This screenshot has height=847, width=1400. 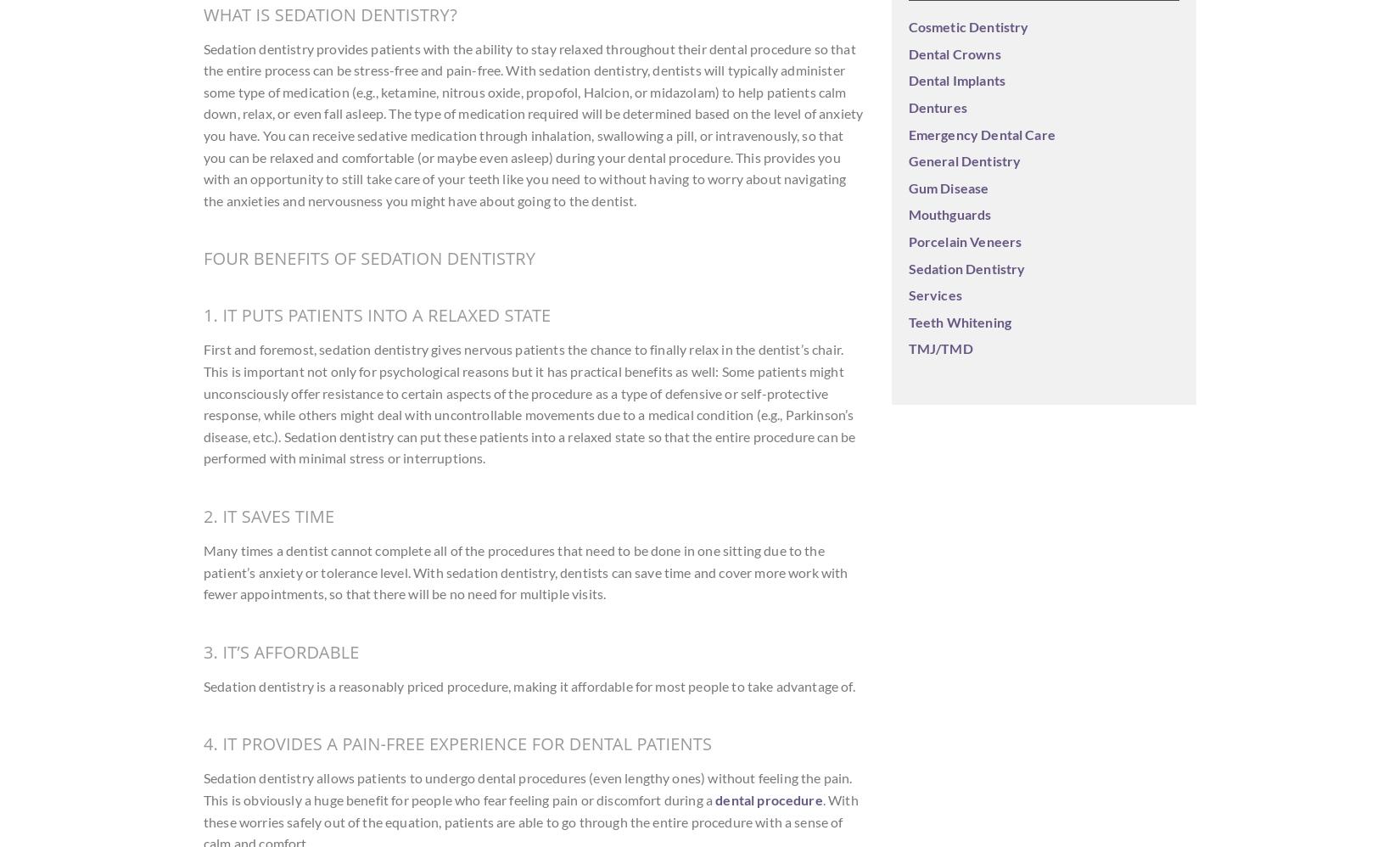 What do you see at coordinates (281, 650) in the screenshot?
I see `'3. It’s Affordable'` at bounding box center [281, 650].